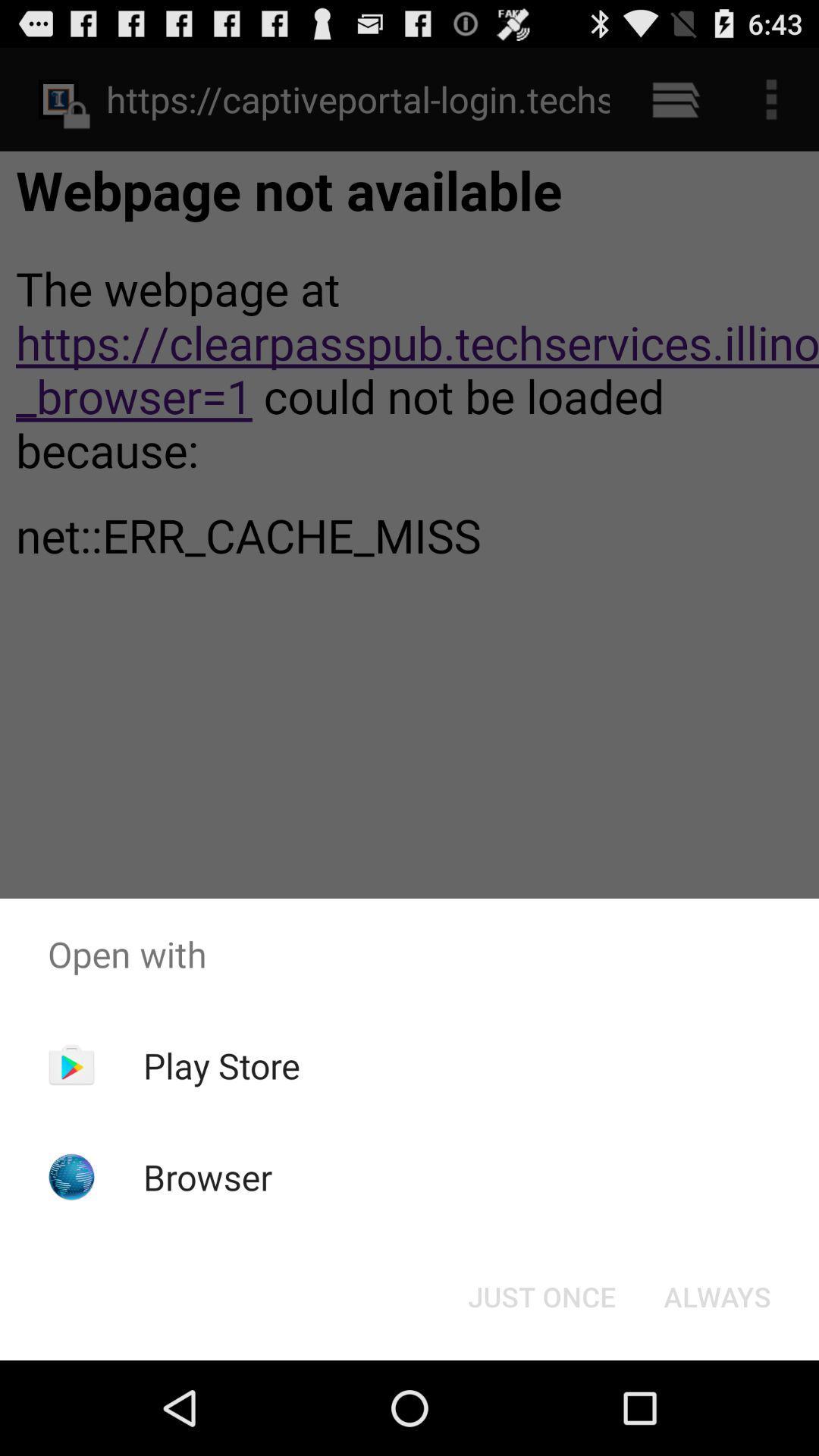  Describe the element at coordinates (221, 1065) in the screenshot. I see `the icon below open with item` at that location.